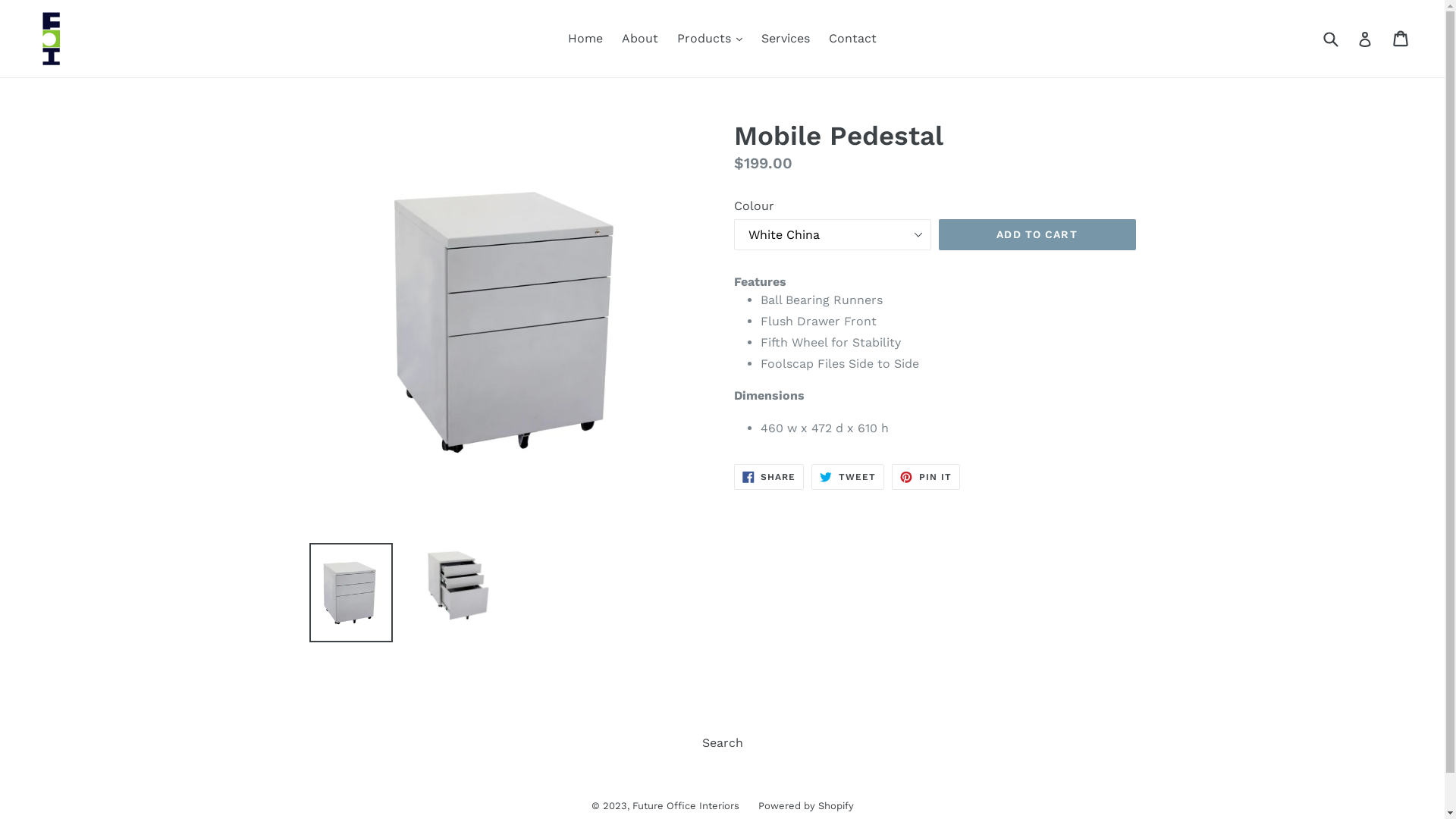  What do you see at coordinates (1365, 37) in the screenshot?
I see `'Log in'` at bounding box center [1365, 37].